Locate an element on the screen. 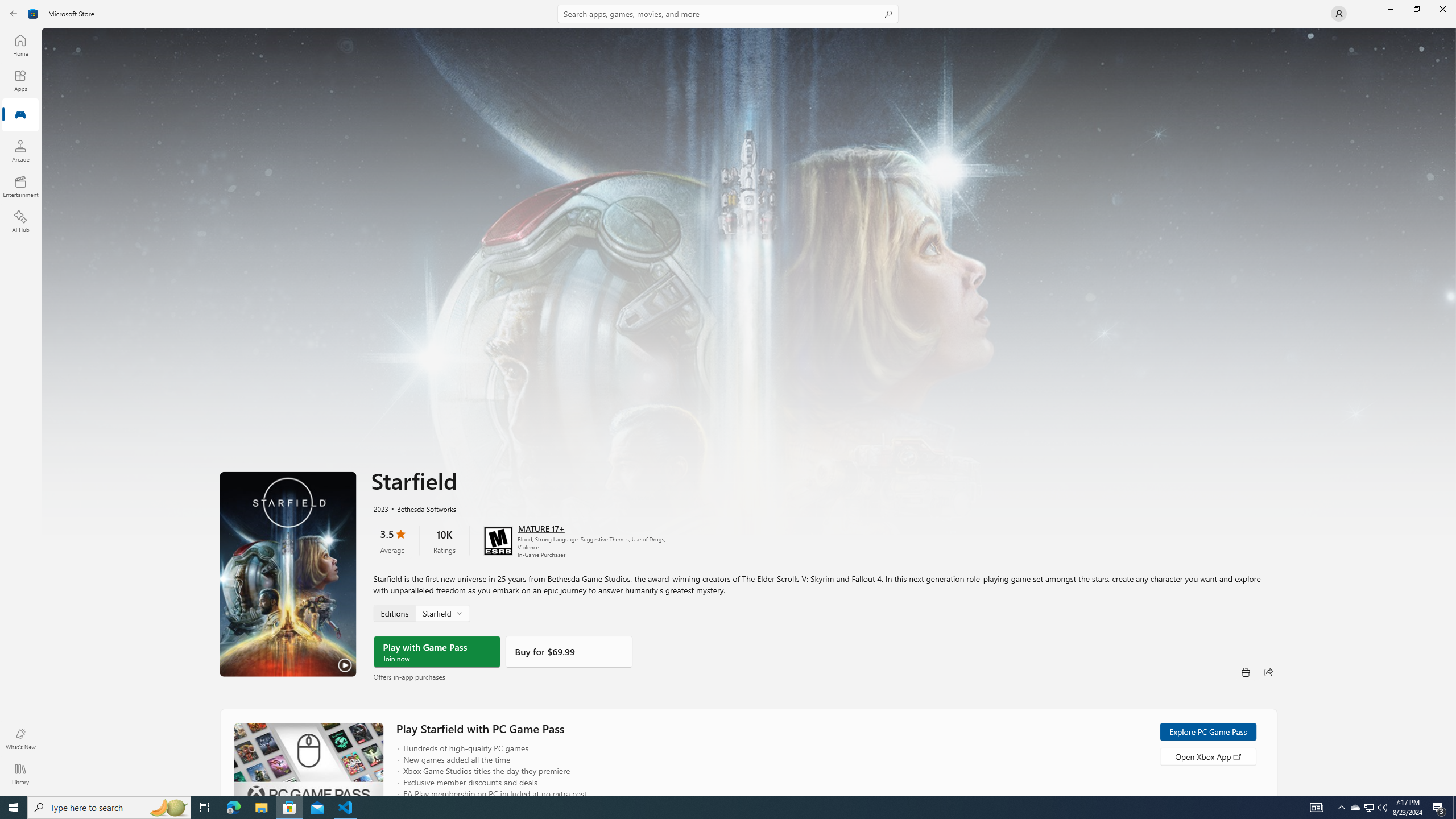  'Buy as gift' is located at coordinates (1245, 671).